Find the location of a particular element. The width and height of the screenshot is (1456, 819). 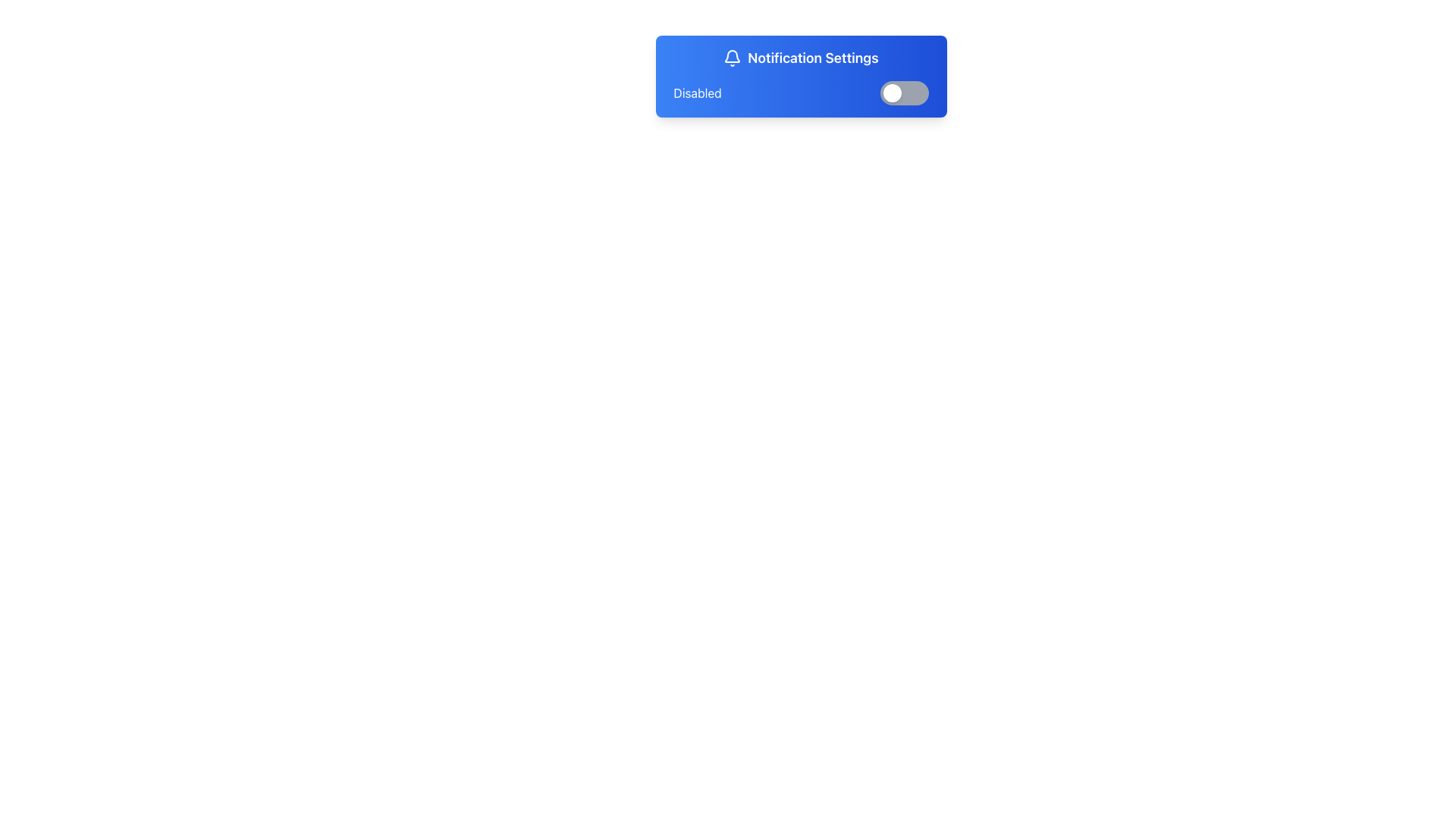

the Text Label indicating that the associated functionality is 'Disabled', which is positioned to the left of the toggle switch component is located at coordinates (697, 93).